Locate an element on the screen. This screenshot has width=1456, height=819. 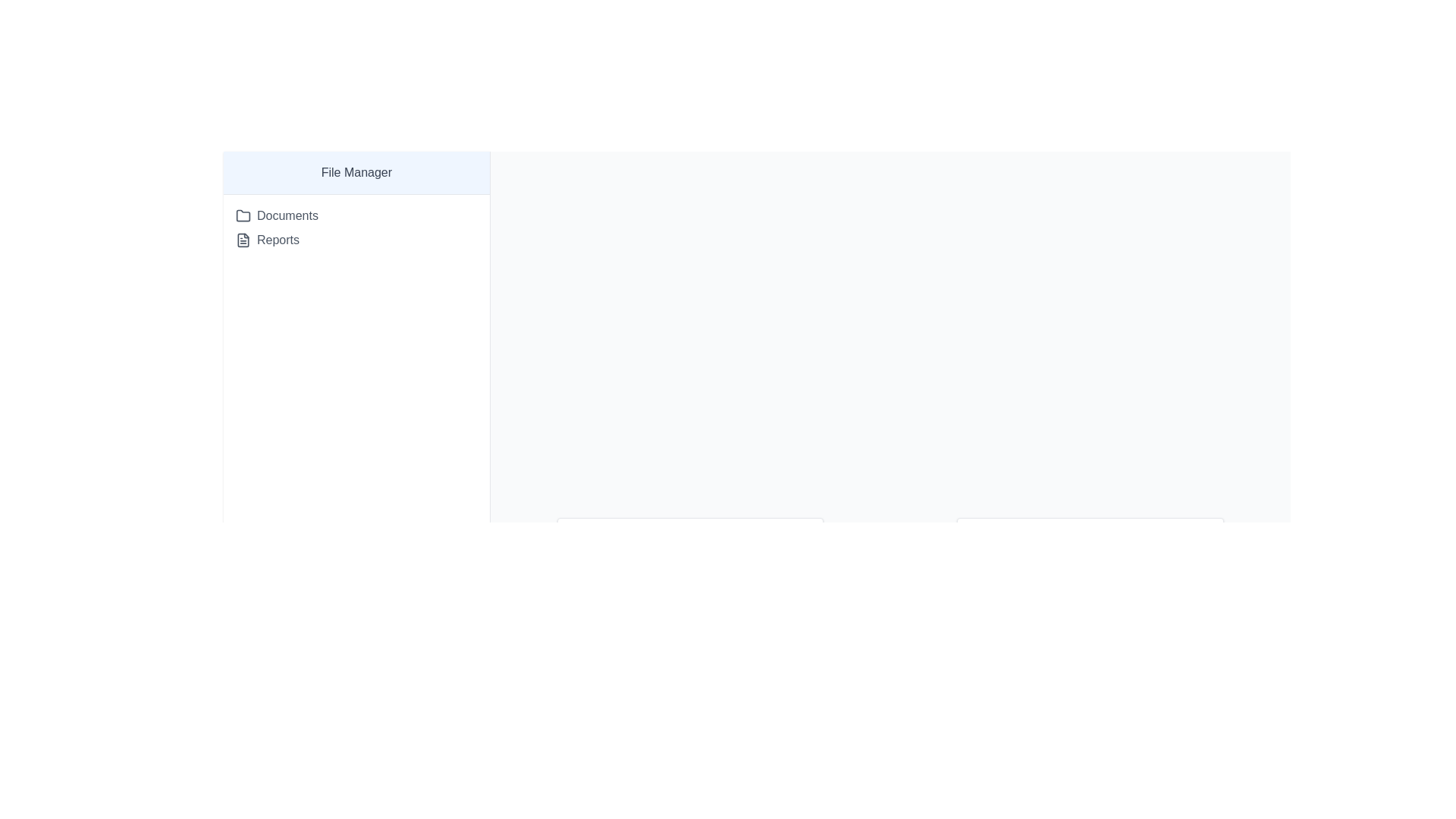
the first list item labeled 'Documents' in the file manager interface is located at coordinates (356, 216).